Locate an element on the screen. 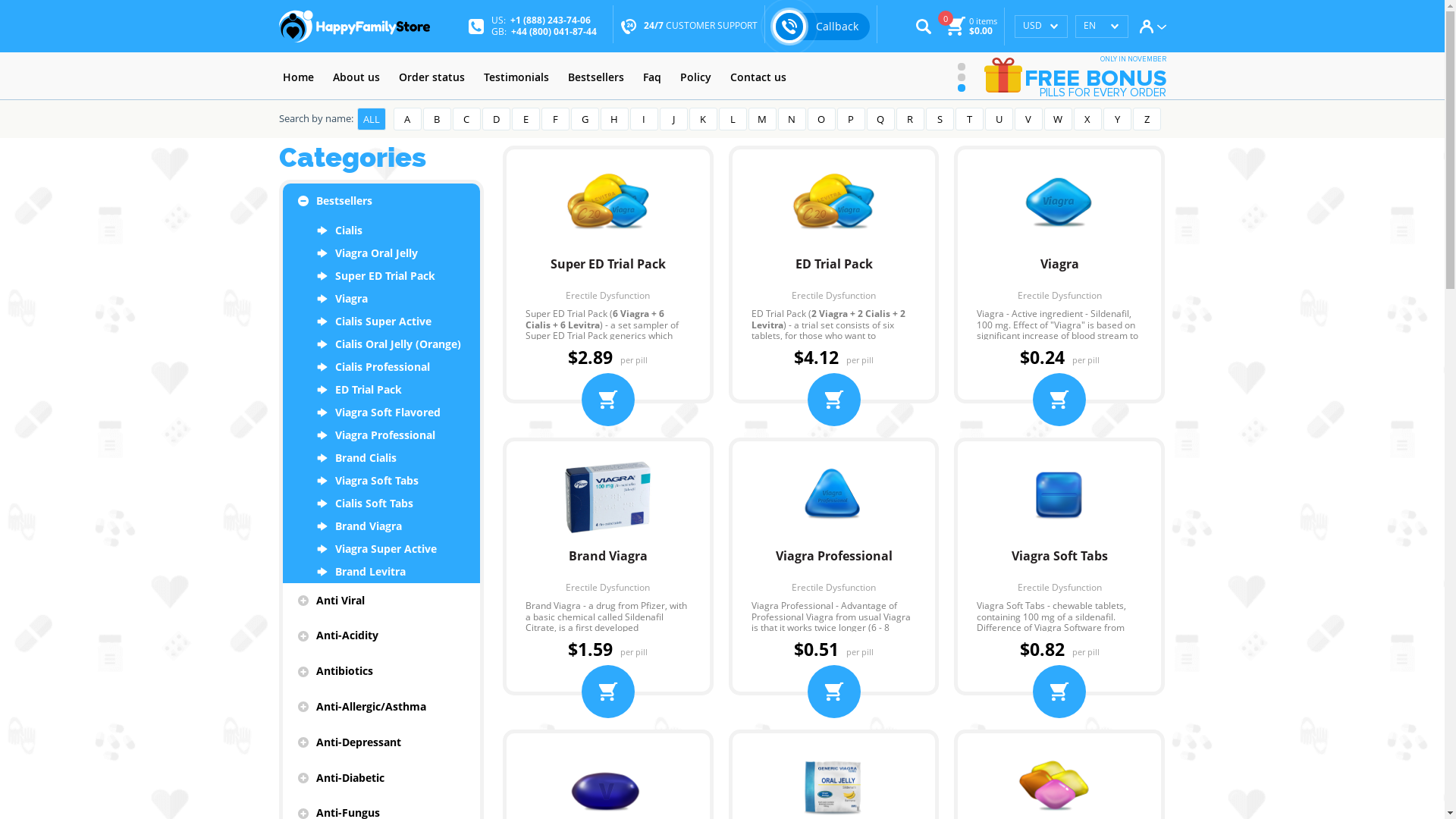 The height and width of the screenshot is (819, 1456). 'D' is located at coordinates (496, 118).